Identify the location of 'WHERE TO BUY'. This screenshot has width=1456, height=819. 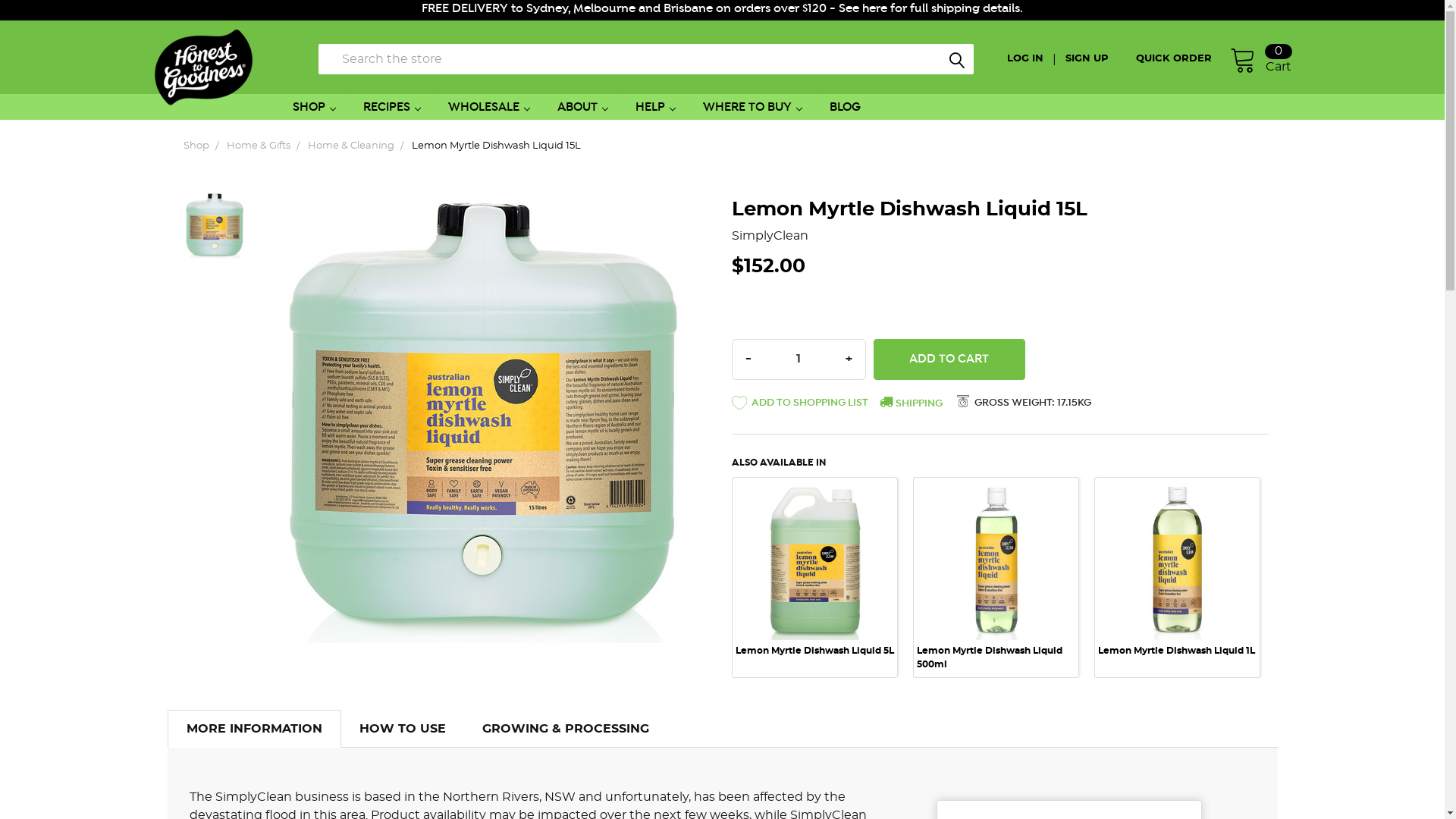
(752, 106).